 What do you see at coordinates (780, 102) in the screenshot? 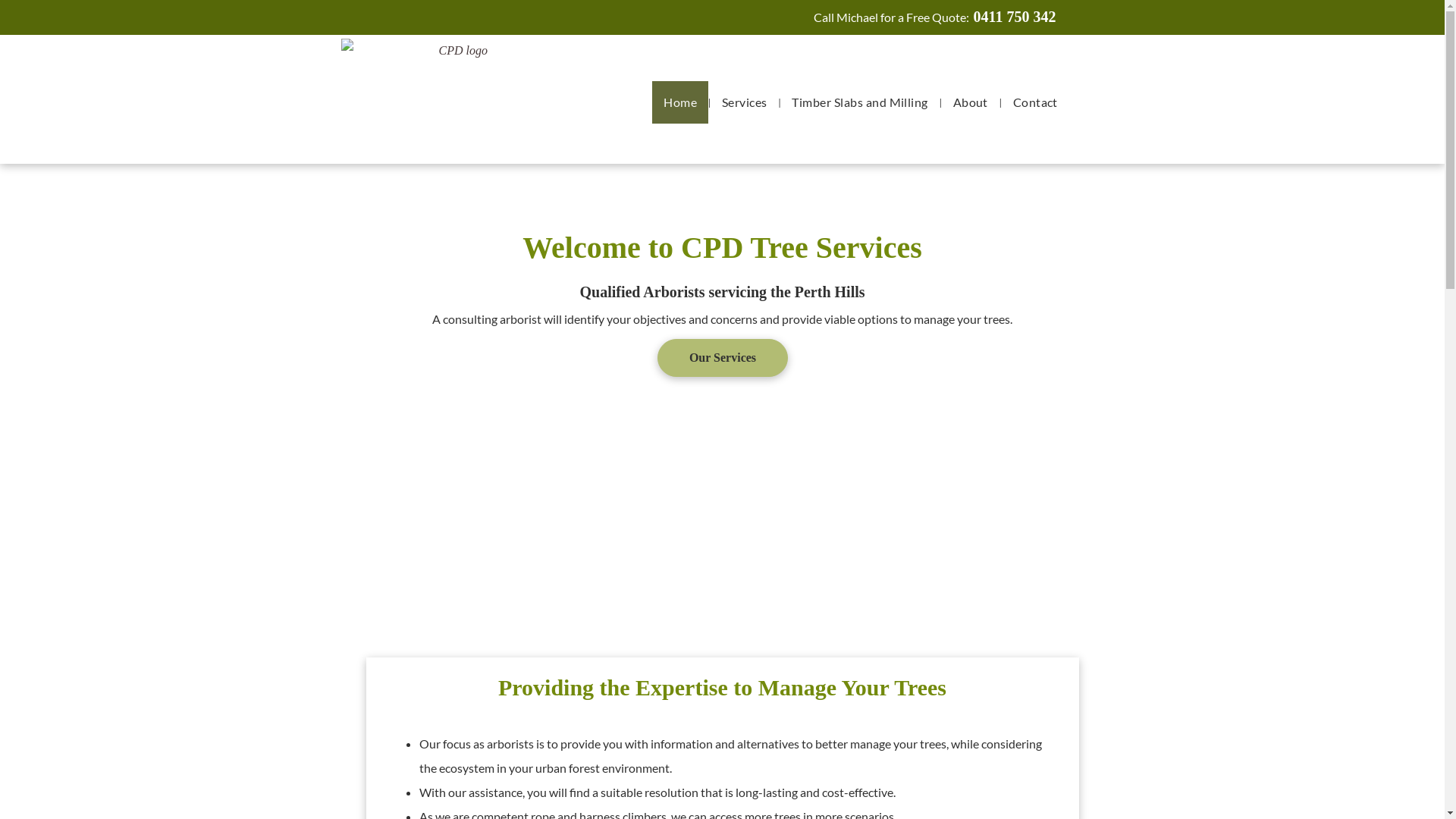
I see `'Timber Slabs and Milling'` at bounding box center [780, 102].